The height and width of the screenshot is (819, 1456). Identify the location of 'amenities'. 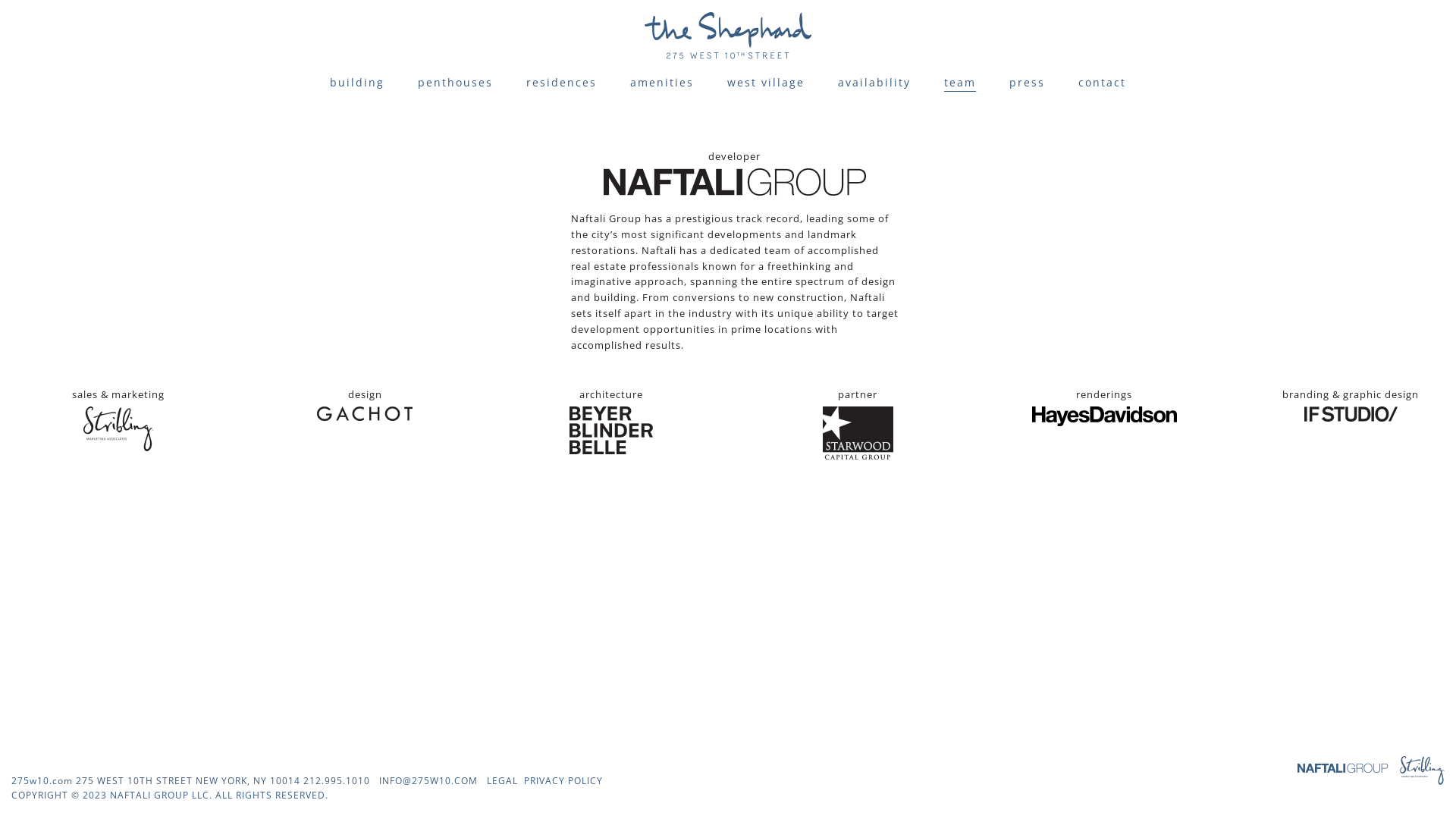
(662, 82).